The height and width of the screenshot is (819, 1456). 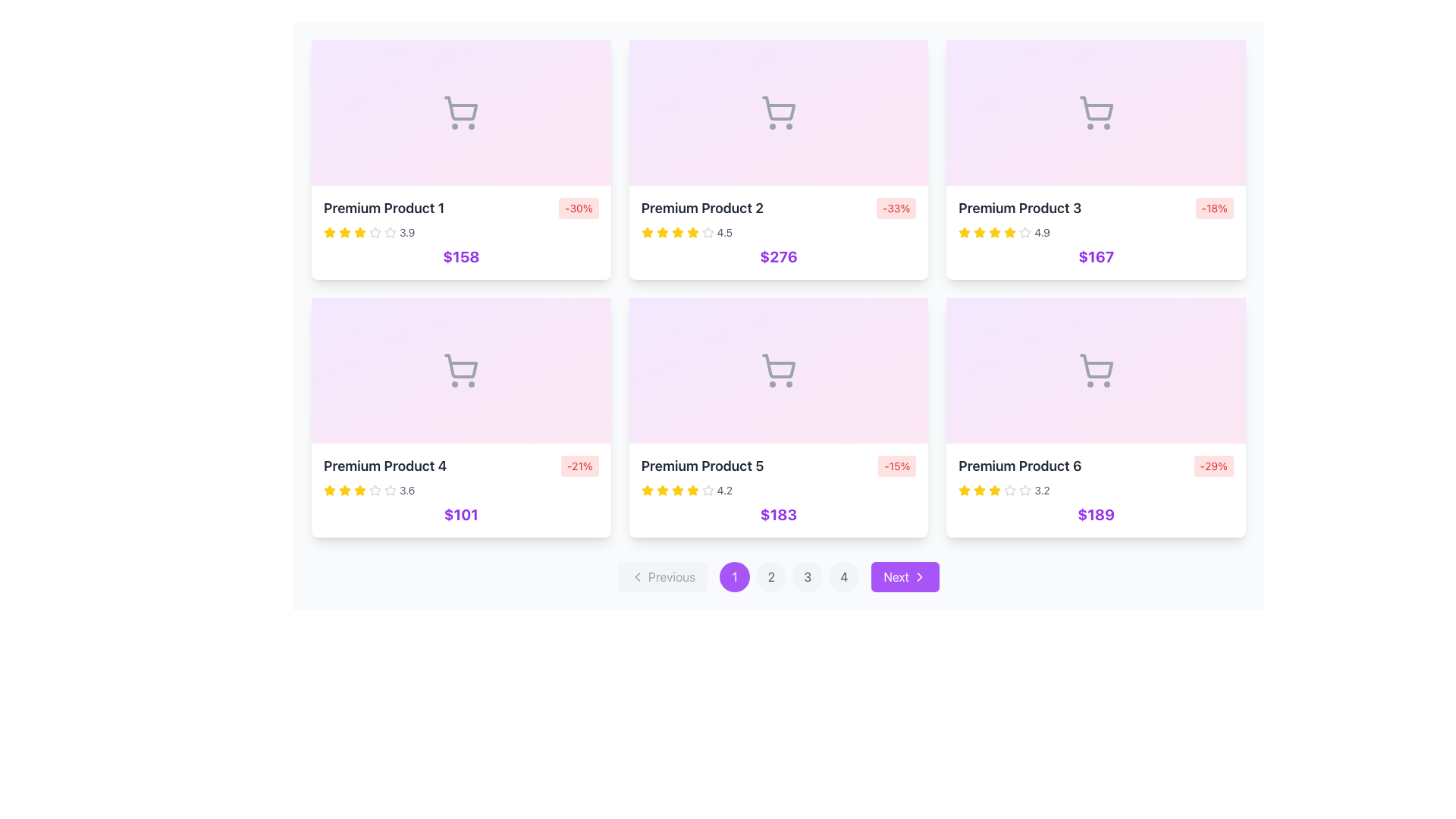 I want to click on the icon inside the 'Next' button located at the bottom-right corner of the pagination controls, so click(x=919, y=576).